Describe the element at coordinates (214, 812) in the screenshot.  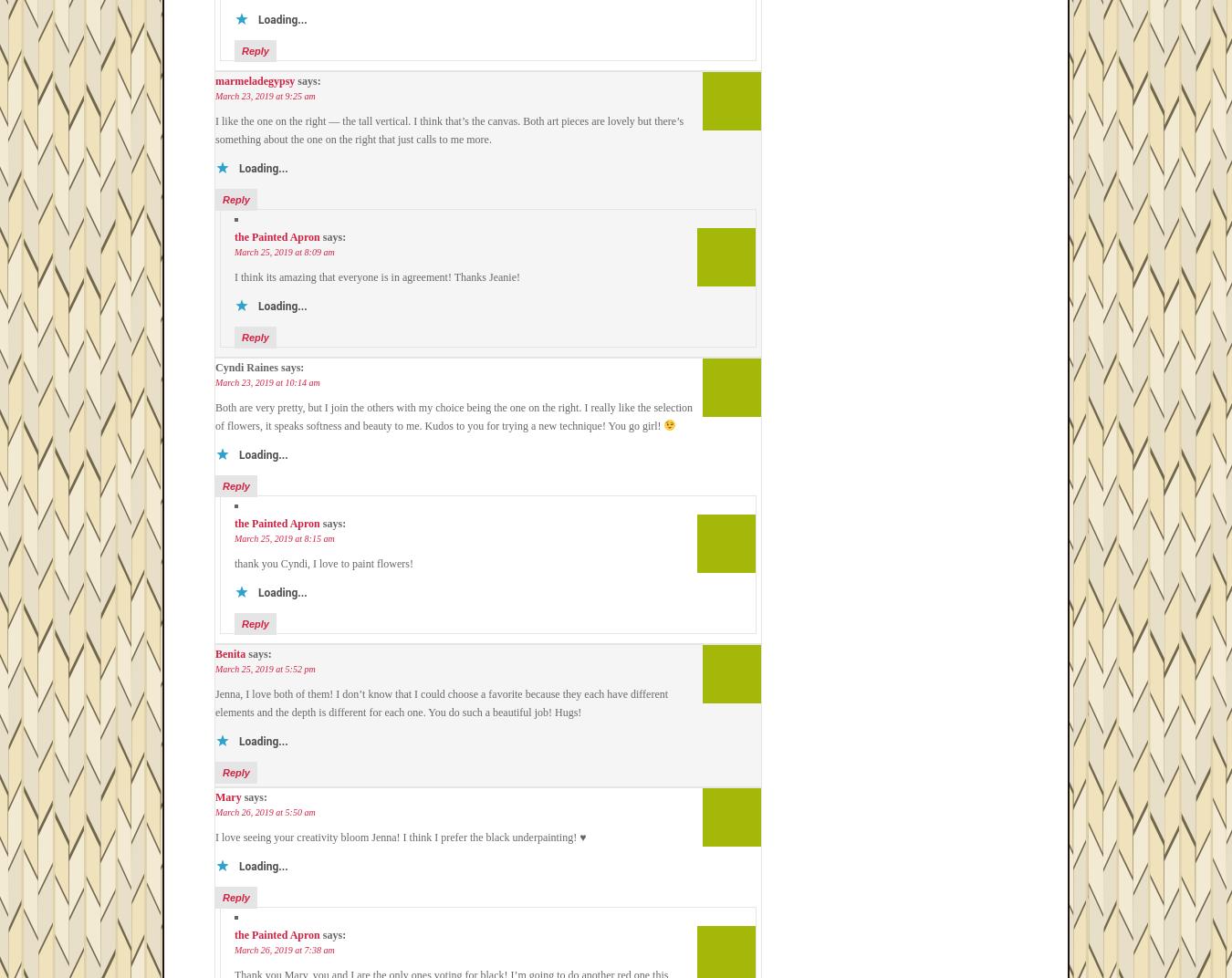
I see `'March 26, 2019 at 5:50 am'` at that location.